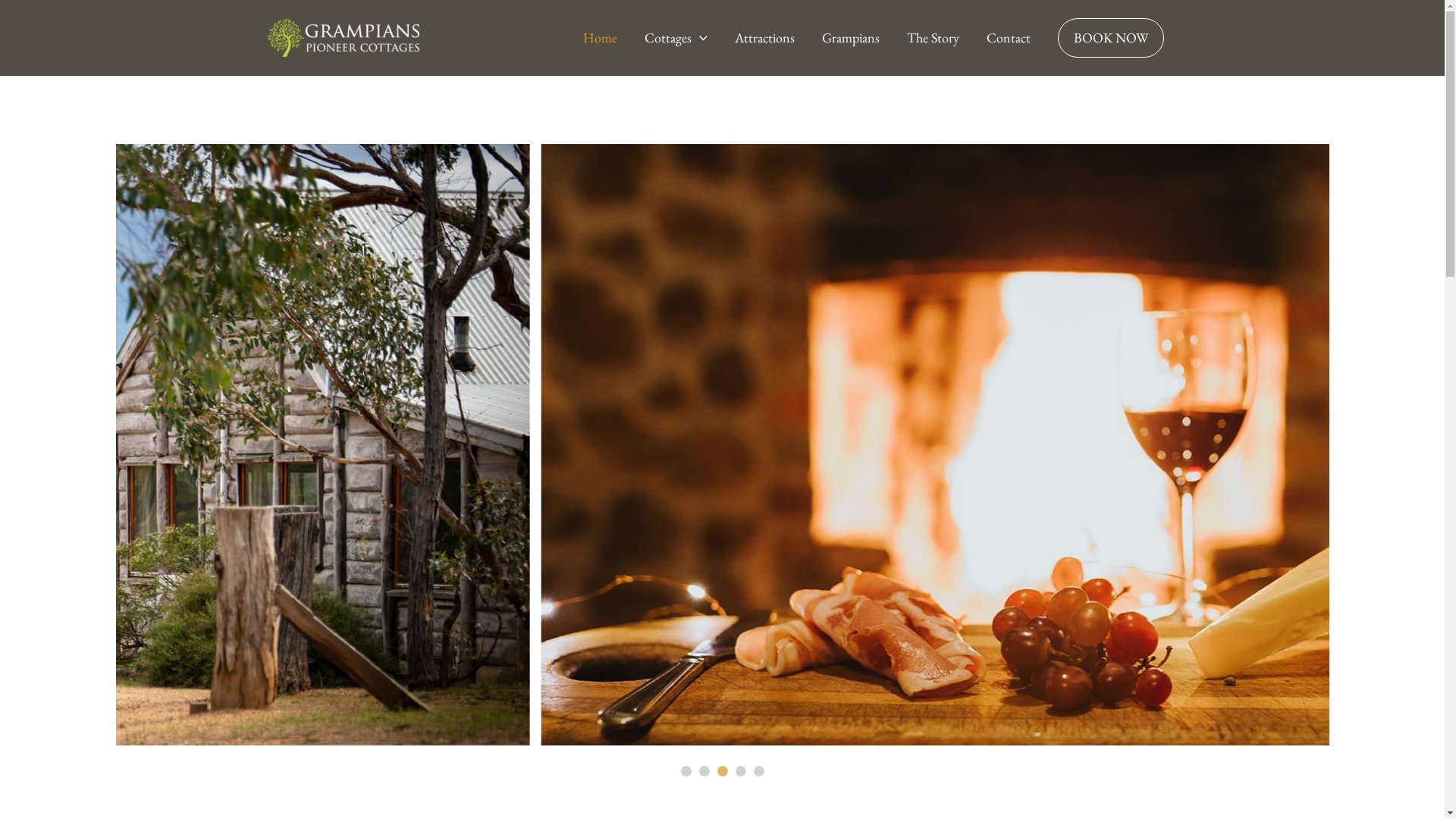 The height and width of the screenshot is (819, 1456). I want to click on 'Contact', so click(1008, 37).